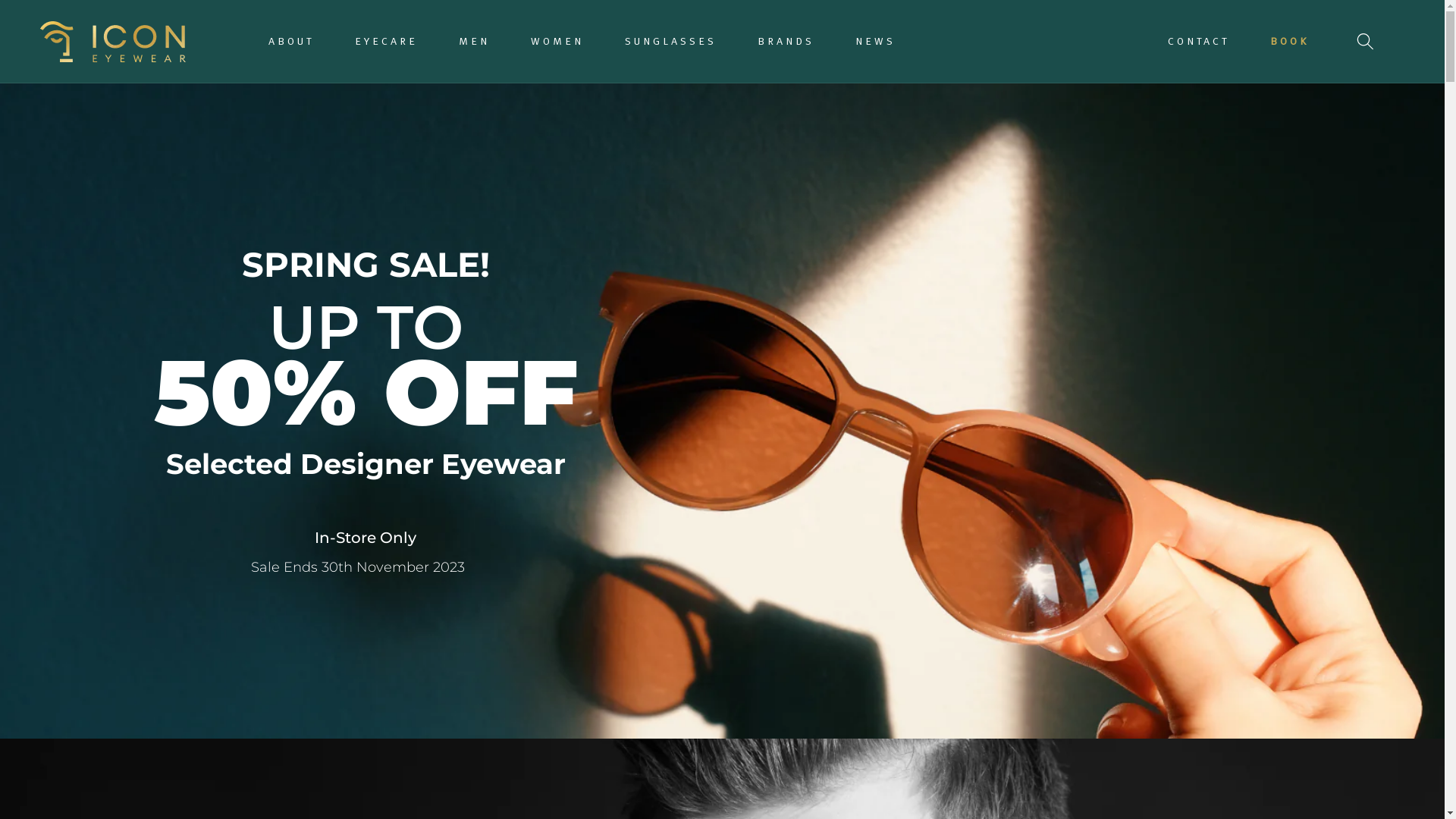 Image resolution: width=1456 pixels, height=819 pixels. I want to click on 'BRANDS', so click(786, 40).